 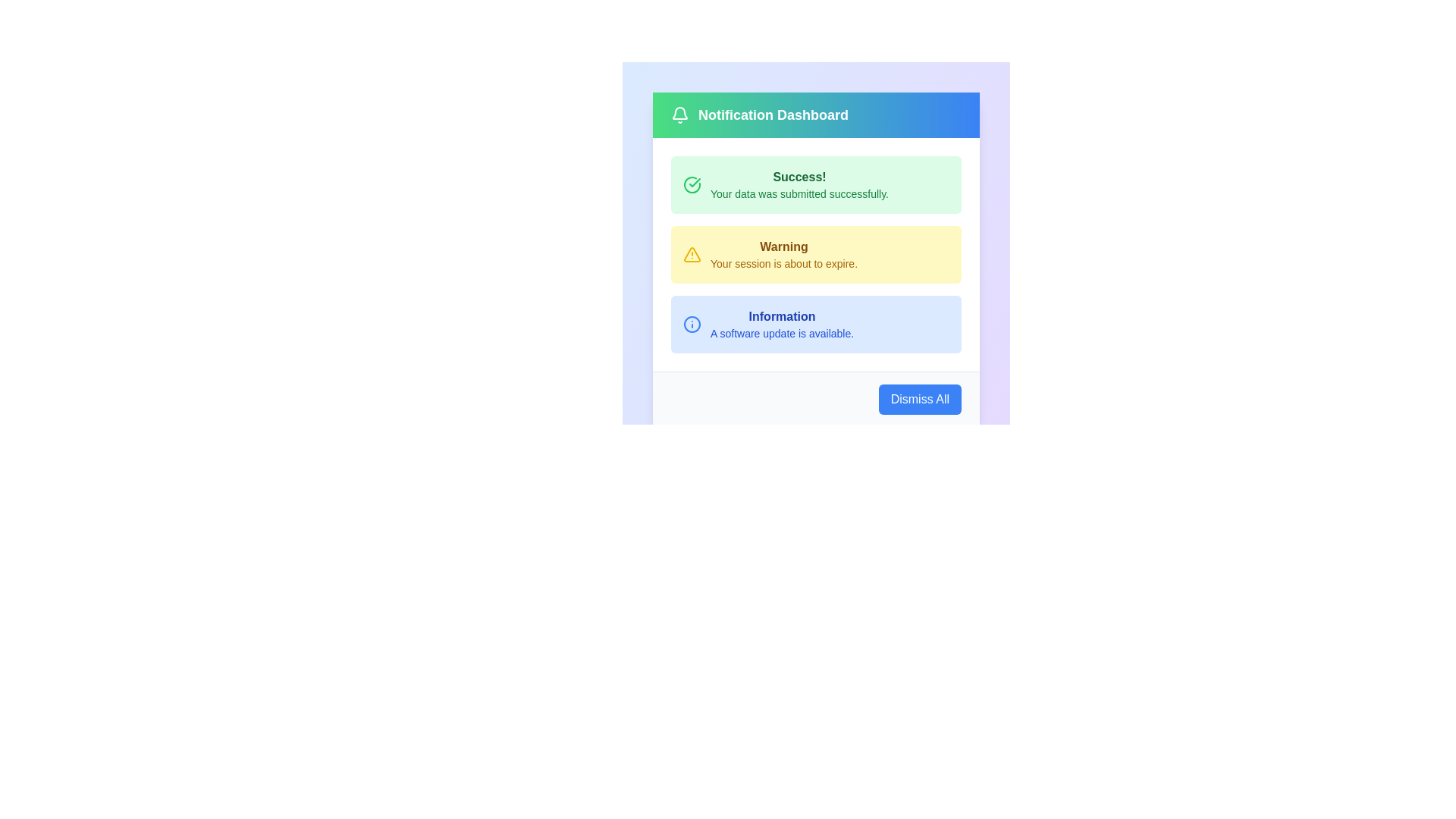 What do you see at coordinates (815, 253) in the screenshot?
I see `warning message from the notification box that has a yellow background, contains an exclamation icon, and displays the text 'Warning' followed by 'Your session is about to expire.'` at bounding box center [815, 253].